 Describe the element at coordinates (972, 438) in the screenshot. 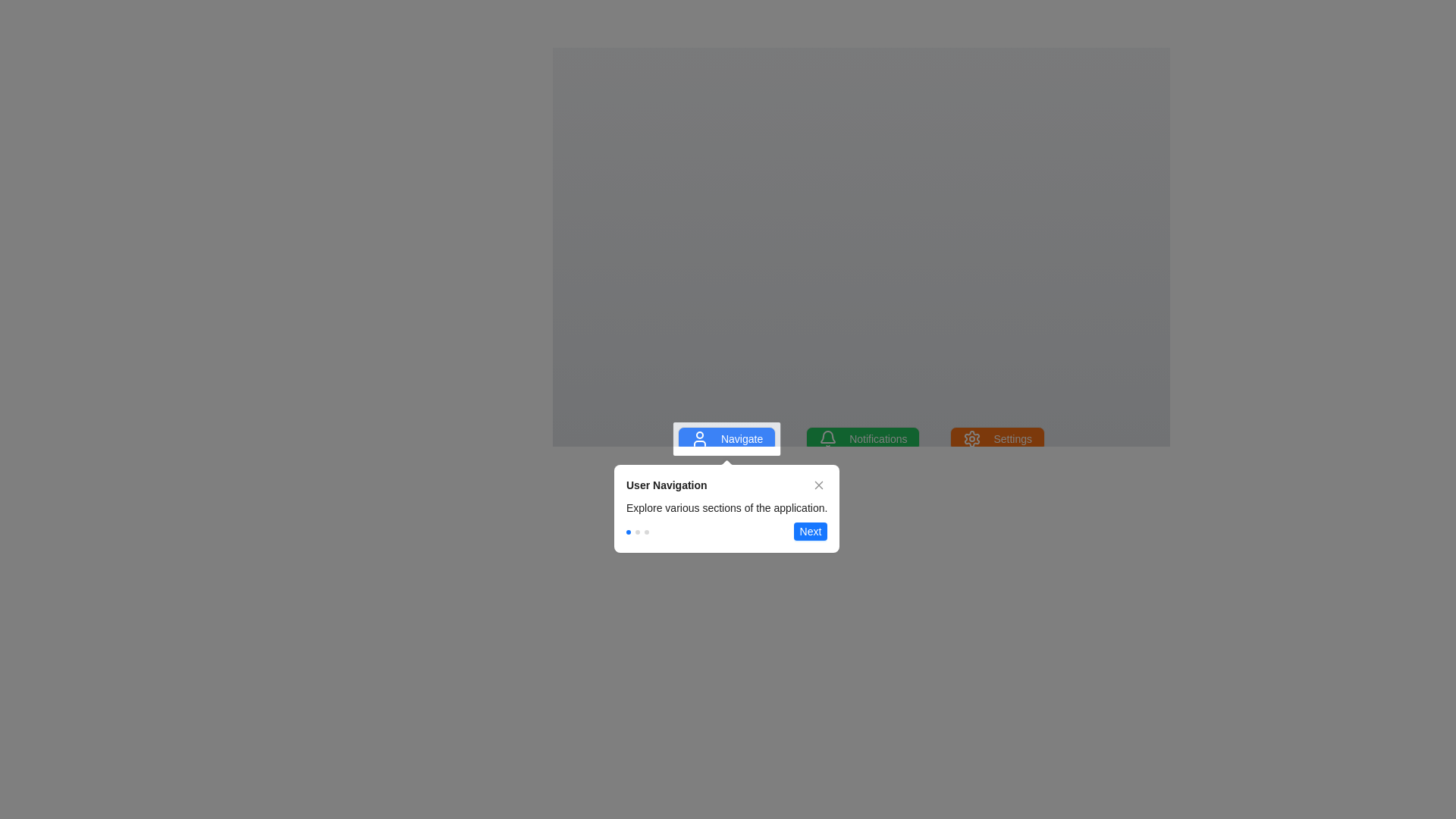

I see `the gear-shaped icon located on the far right of the toolbar` at that location.